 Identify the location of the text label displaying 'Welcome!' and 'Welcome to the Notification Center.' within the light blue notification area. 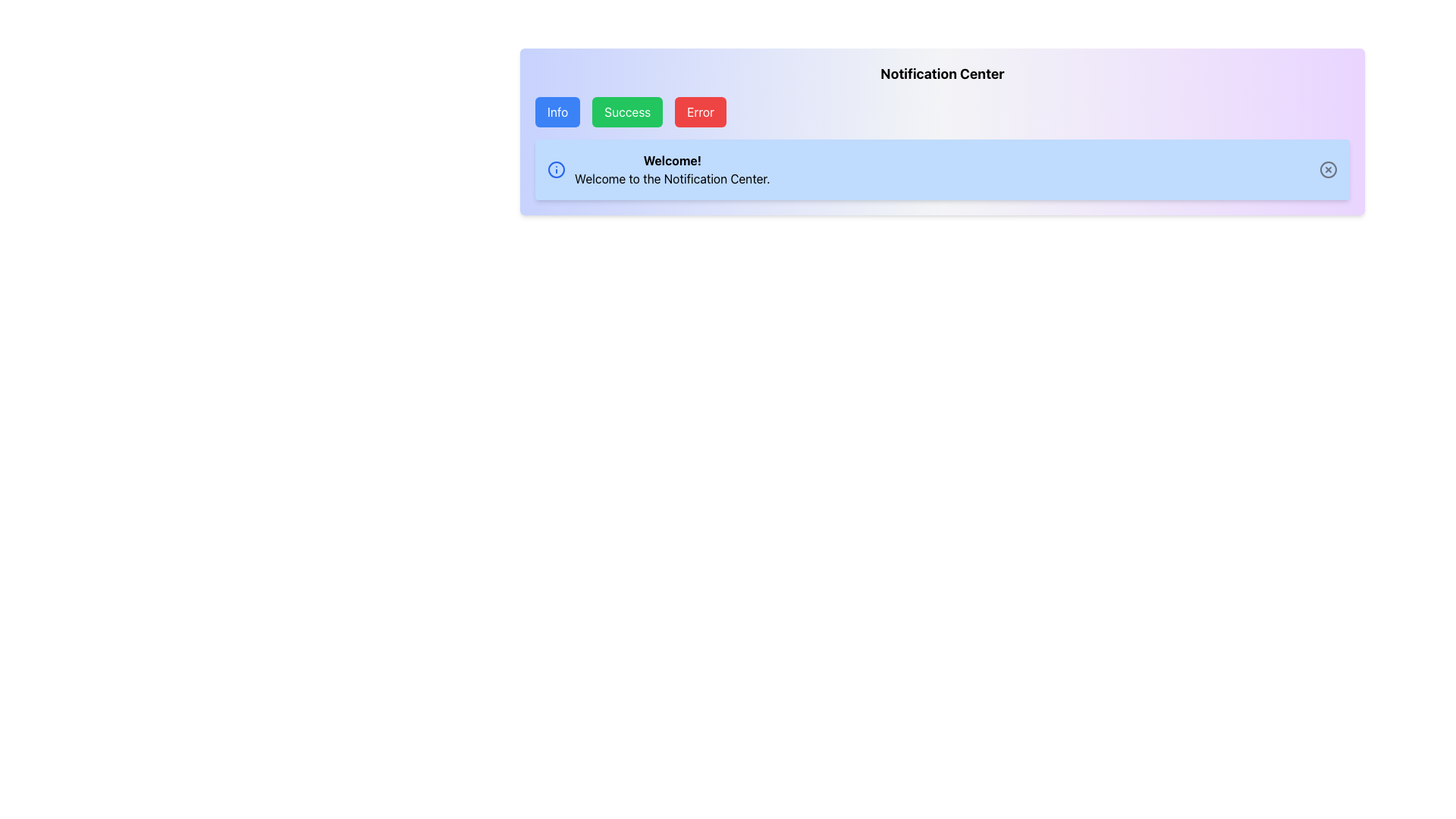
(671, 169).